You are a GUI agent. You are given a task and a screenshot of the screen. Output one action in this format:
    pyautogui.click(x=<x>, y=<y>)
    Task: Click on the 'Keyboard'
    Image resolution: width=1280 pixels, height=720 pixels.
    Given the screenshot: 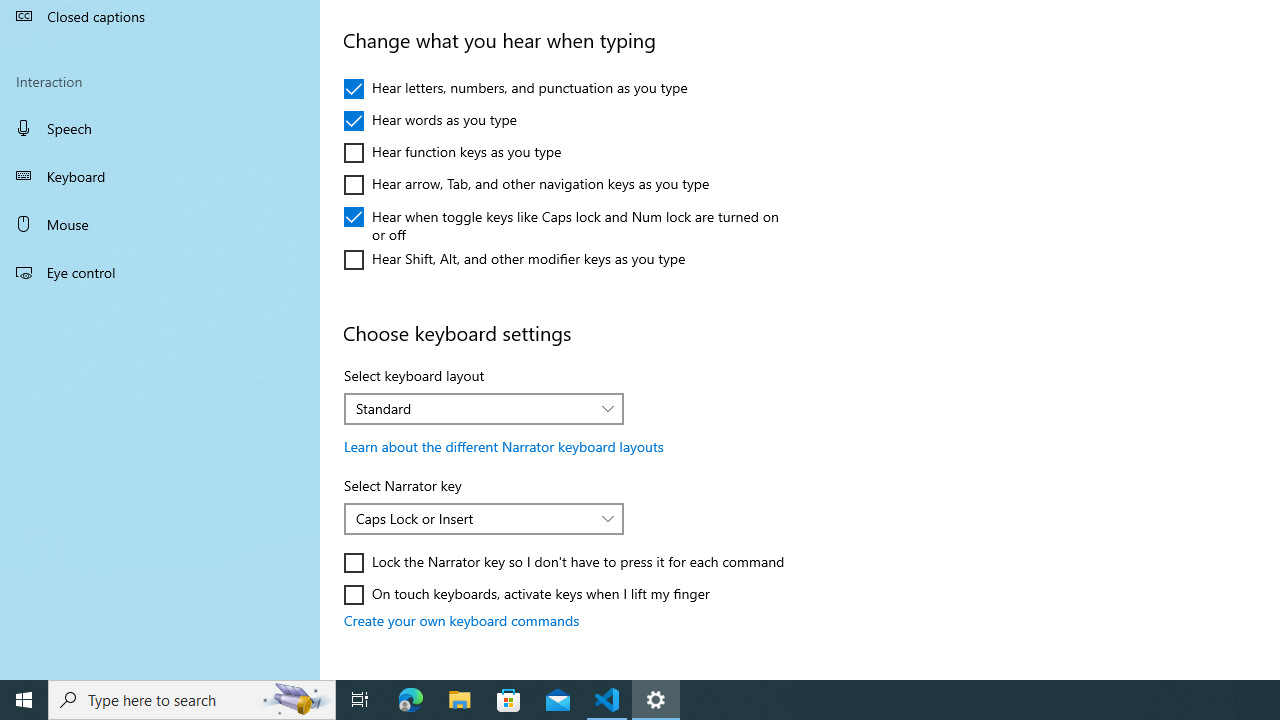 What is the action you would take?
    pyautogui.click(x=160, y=175)
    